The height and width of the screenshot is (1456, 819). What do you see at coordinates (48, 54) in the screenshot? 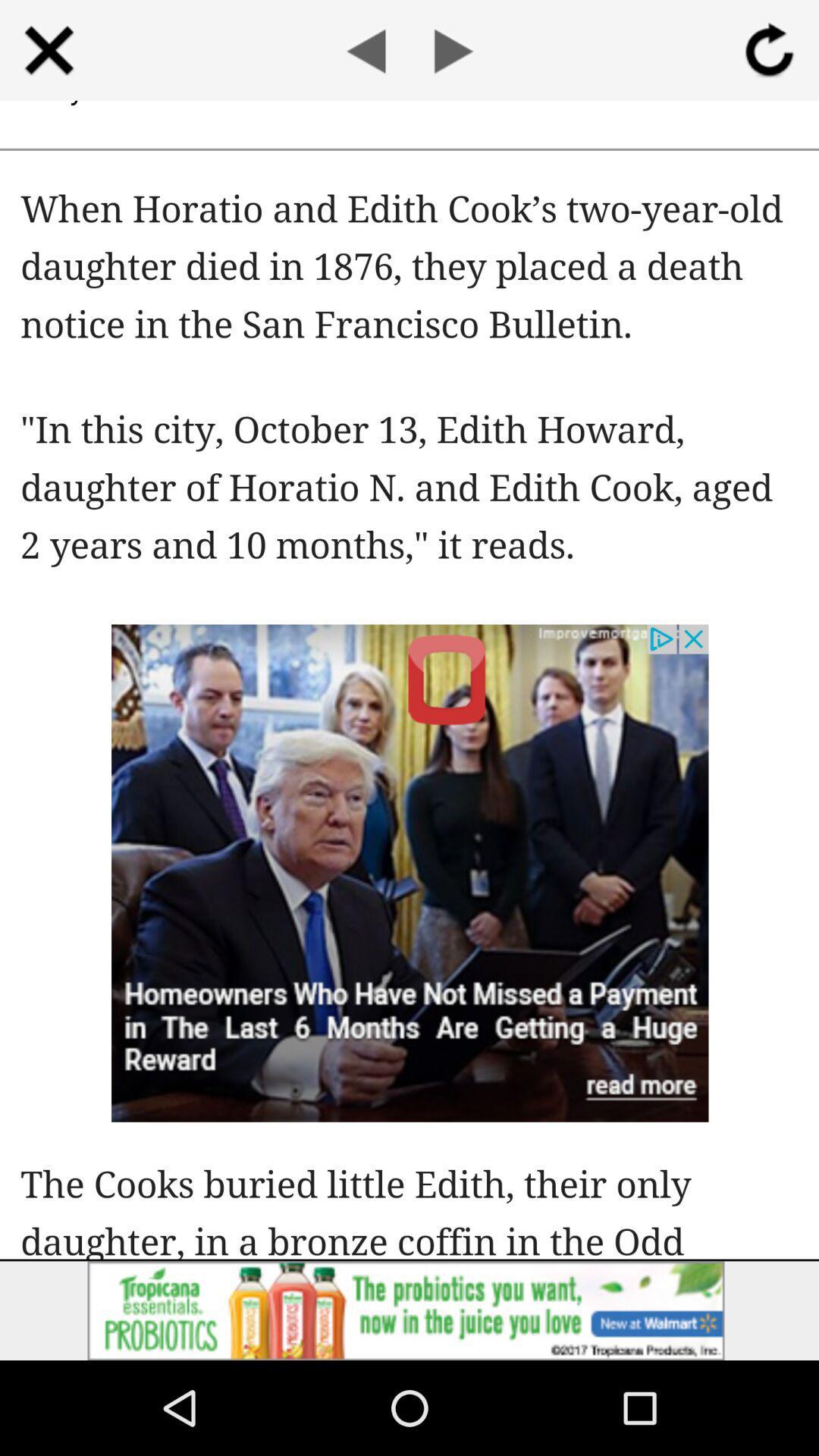
I see `the close icon` at bounding box center [48, 54].